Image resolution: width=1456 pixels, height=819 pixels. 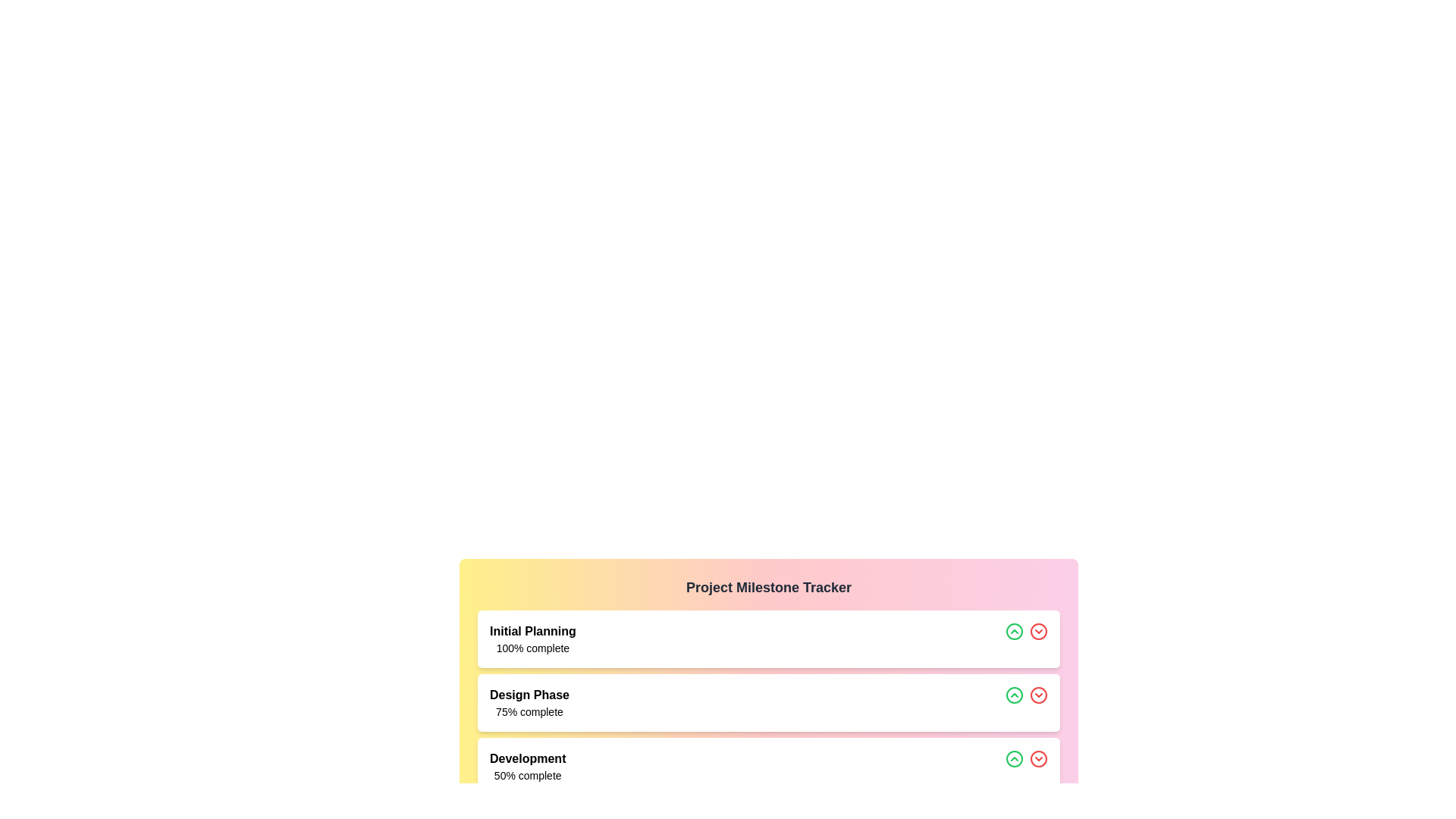 I want to click on the text label that identifies the third milestone in the 'Project Milestone Tracker' section, so click(x=528, y=759).